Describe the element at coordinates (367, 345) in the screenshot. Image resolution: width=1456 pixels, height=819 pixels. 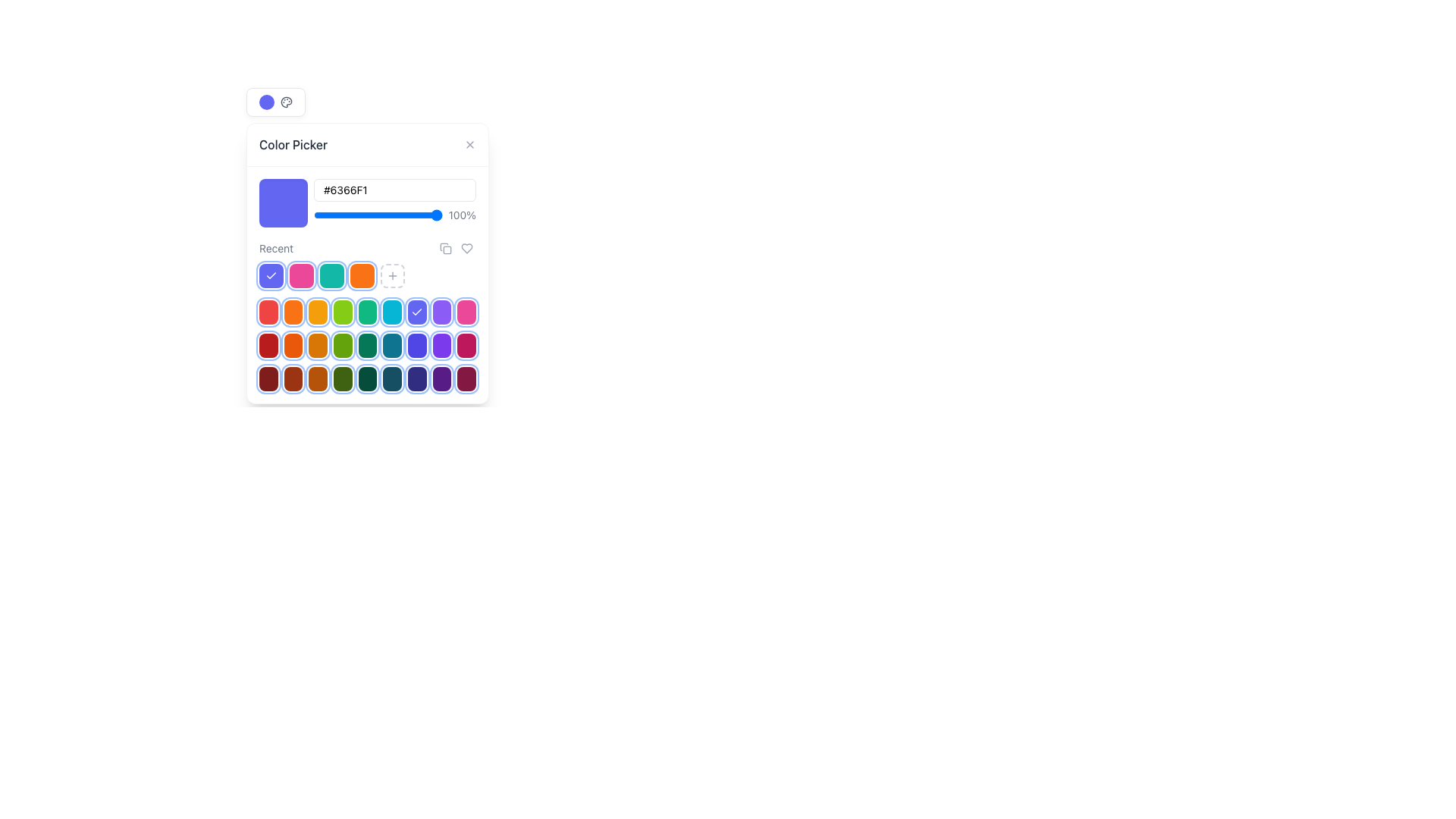
I see `the fifth block of the interactive color selection grid row` at that location.